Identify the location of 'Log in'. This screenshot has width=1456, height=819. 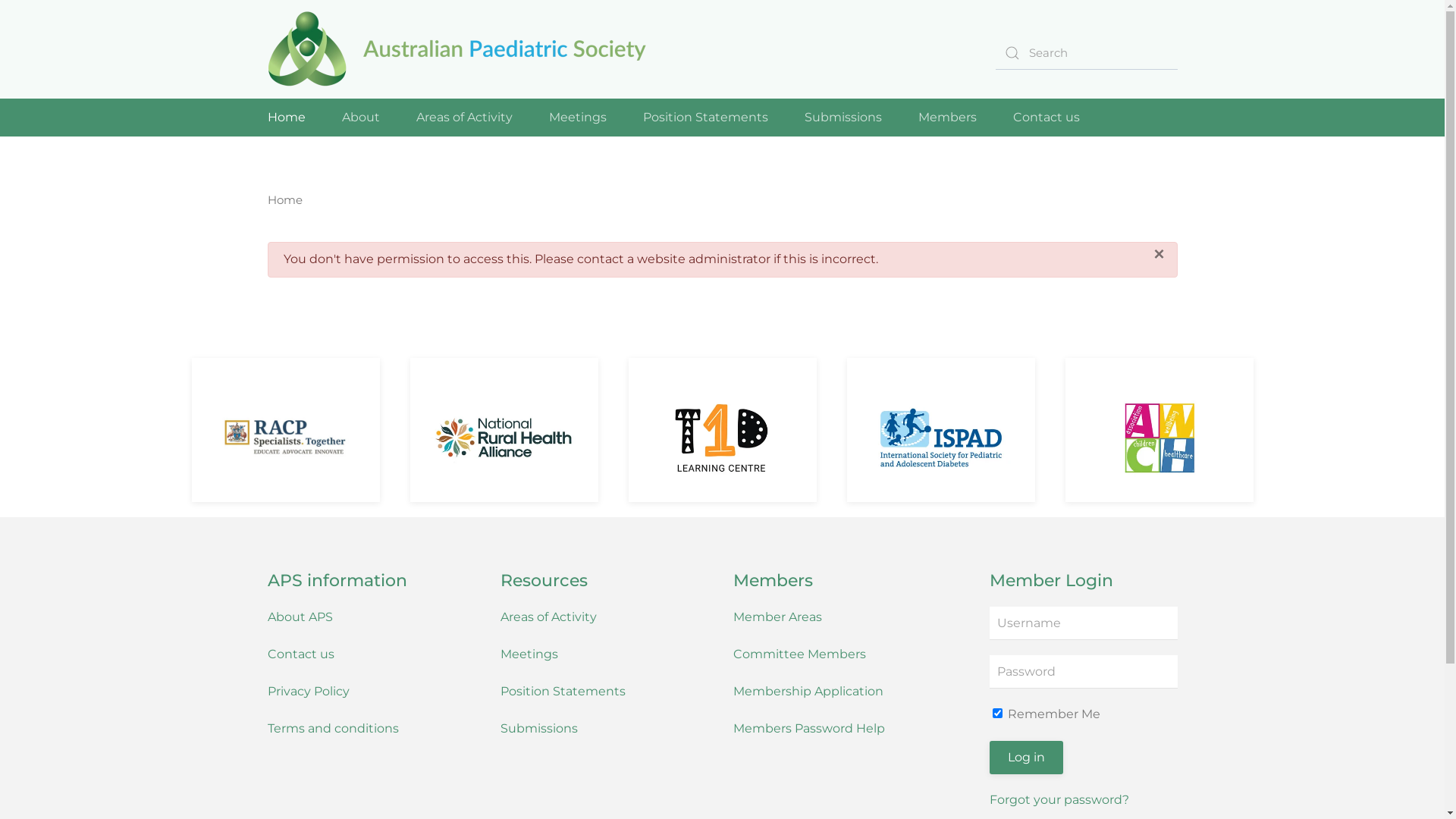
(1026, 758).